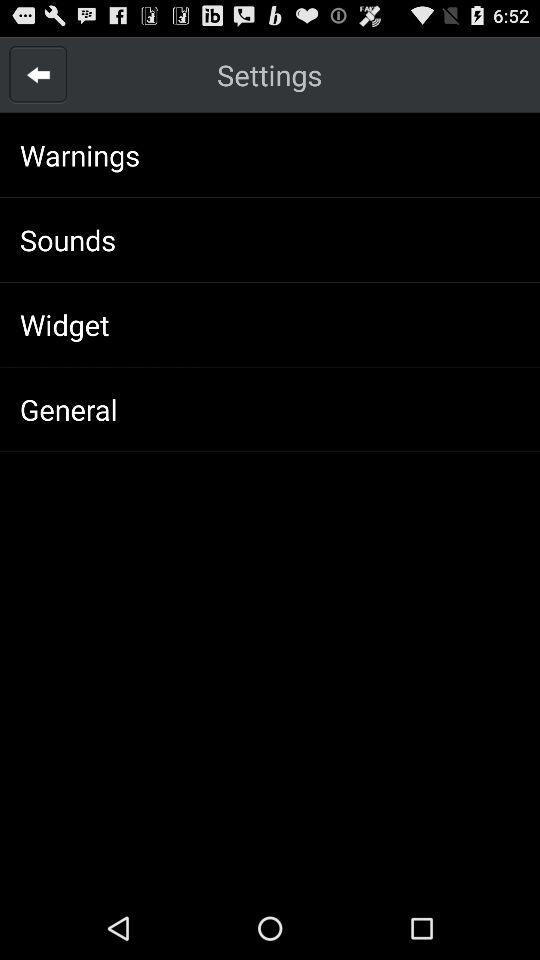 This screenshot has width=540, height=960. I want to click on the widget icon, so click(64, 324).